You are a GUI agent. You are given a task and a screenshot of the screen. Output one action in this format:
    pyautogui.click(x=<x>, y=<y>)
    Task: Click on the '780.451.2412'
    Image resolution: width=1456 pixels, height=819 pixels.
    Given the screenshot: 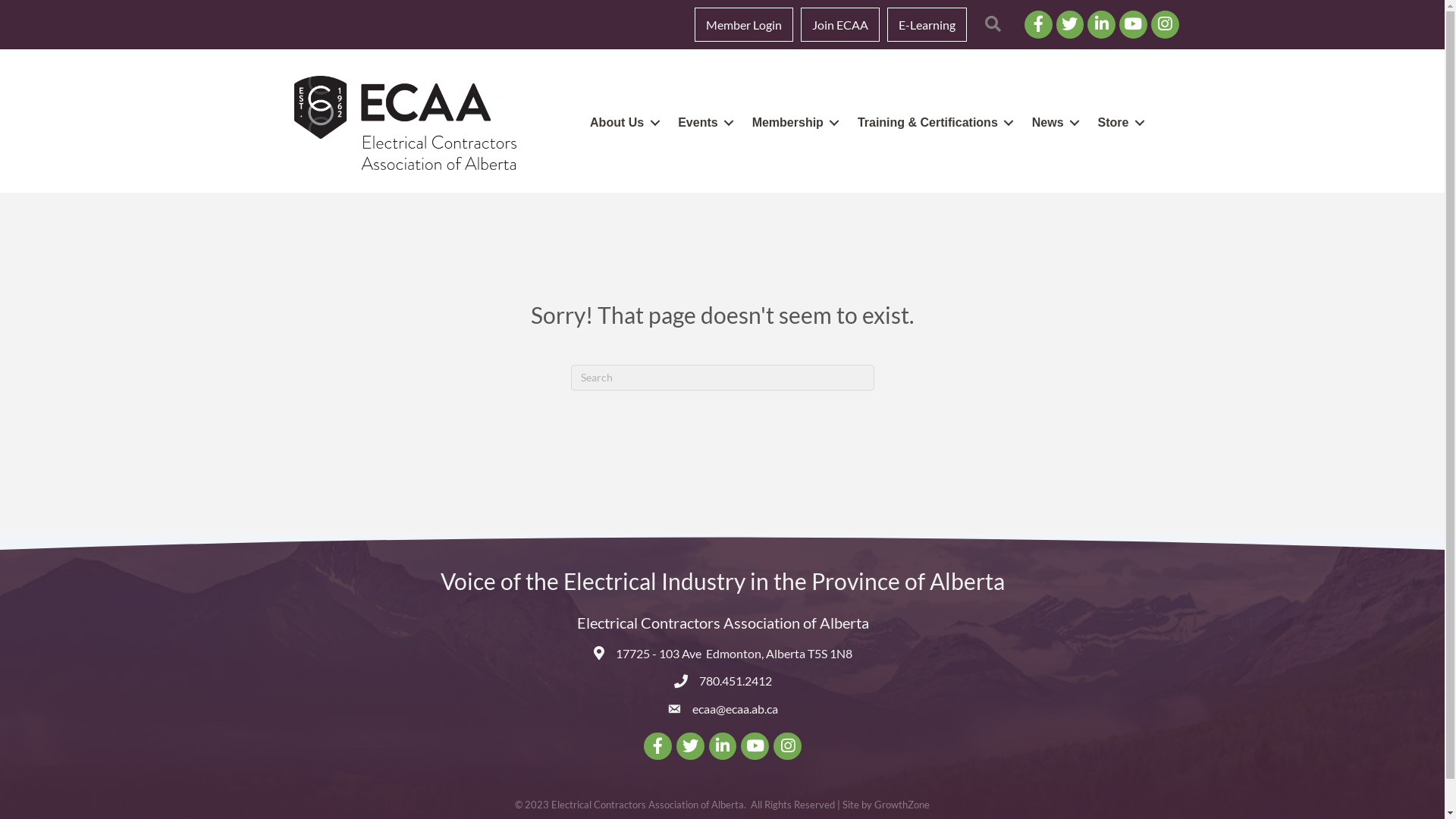 What is the action you would take?
    pyautogui.click(x=735, y=679)
    